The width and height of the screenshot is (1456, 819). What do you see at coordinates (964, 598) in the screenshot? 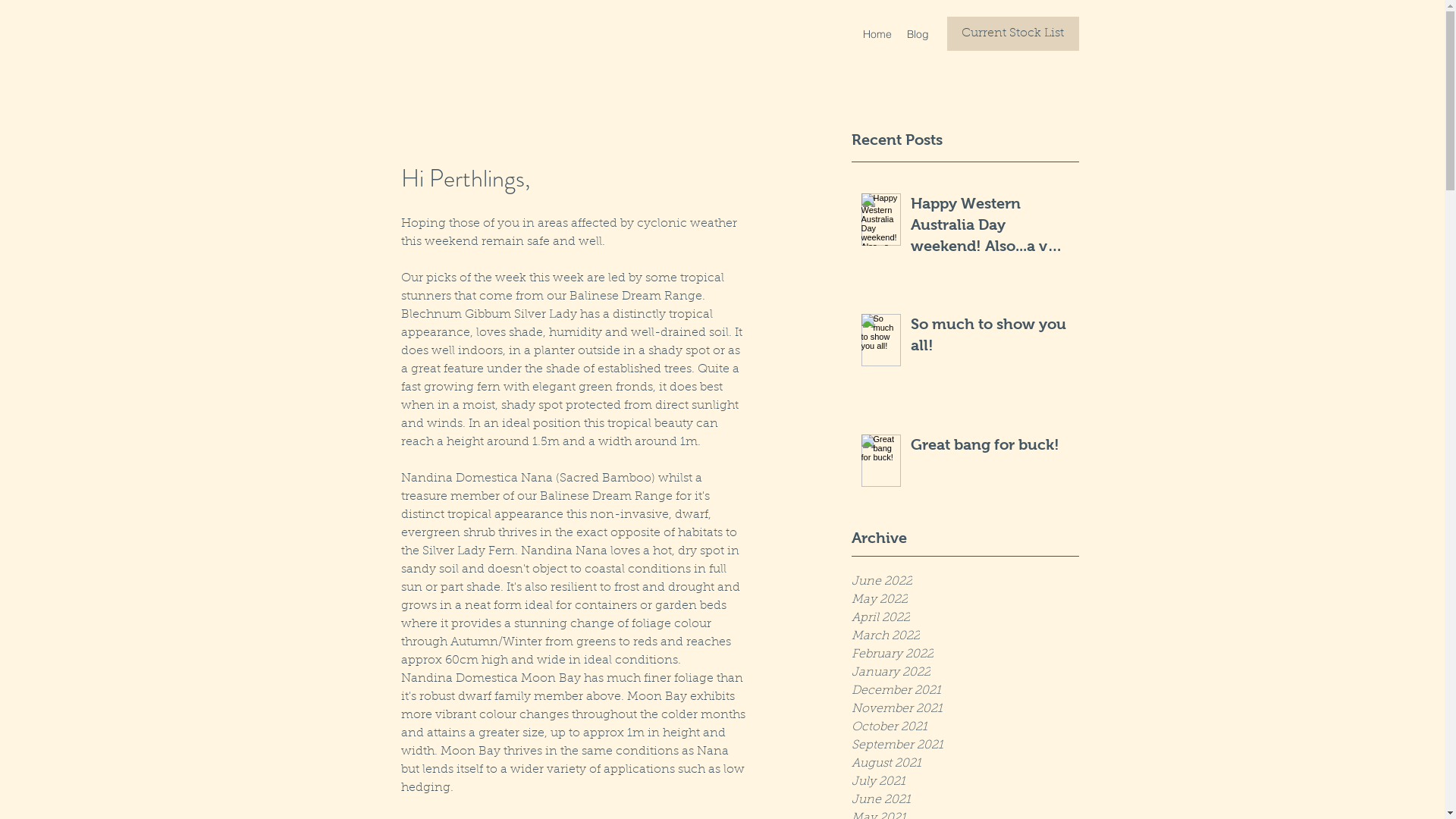
I see `'May 2022'` at bounding box center [964, 598].